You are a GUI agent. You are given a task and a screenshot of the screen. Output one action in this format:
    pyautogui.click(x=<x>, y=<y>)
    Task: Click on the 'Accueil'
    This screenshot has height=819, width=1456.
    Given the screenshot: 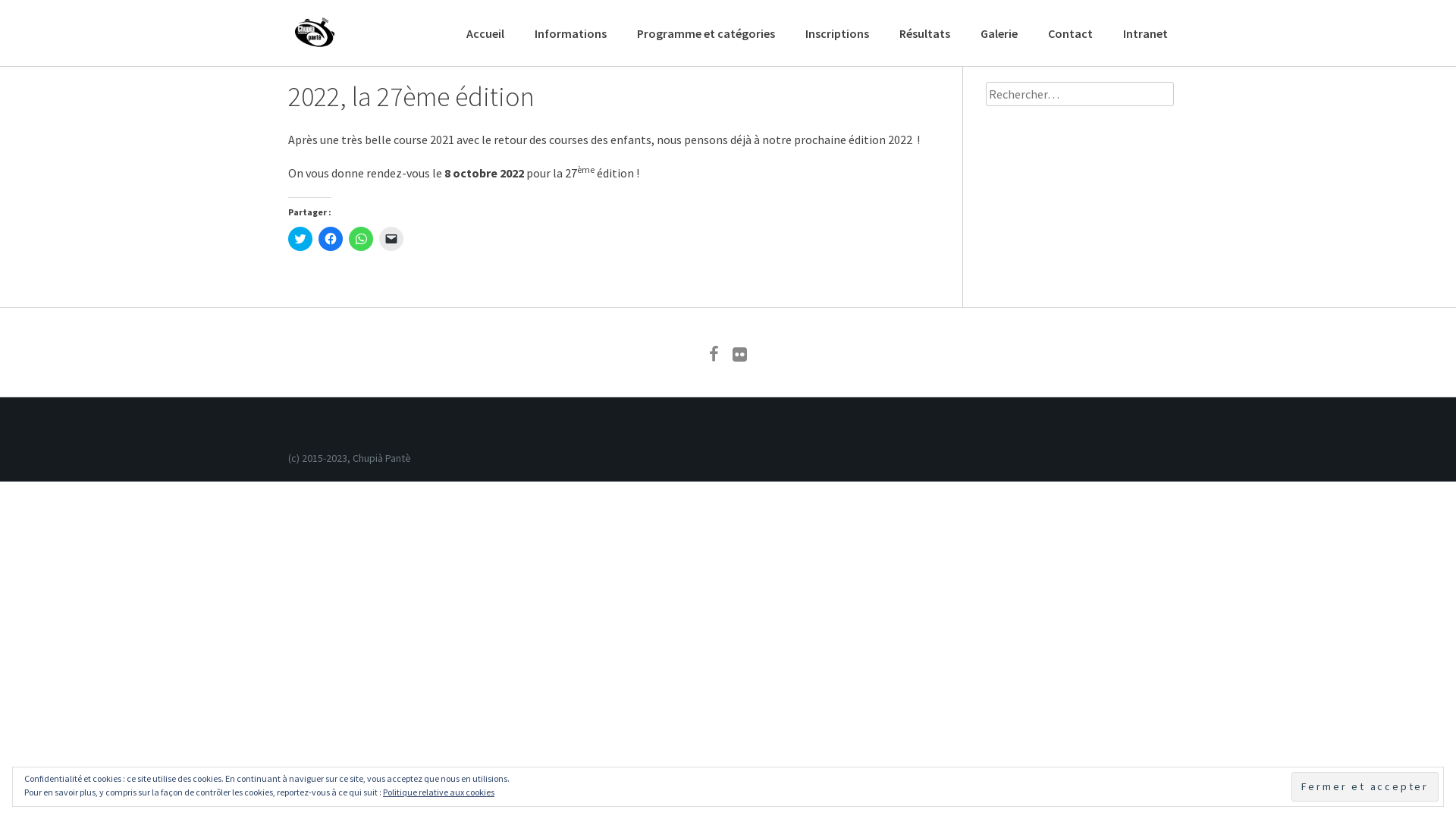 What is the action you would take?
    pyautogui.click(x=450, y=33)
    